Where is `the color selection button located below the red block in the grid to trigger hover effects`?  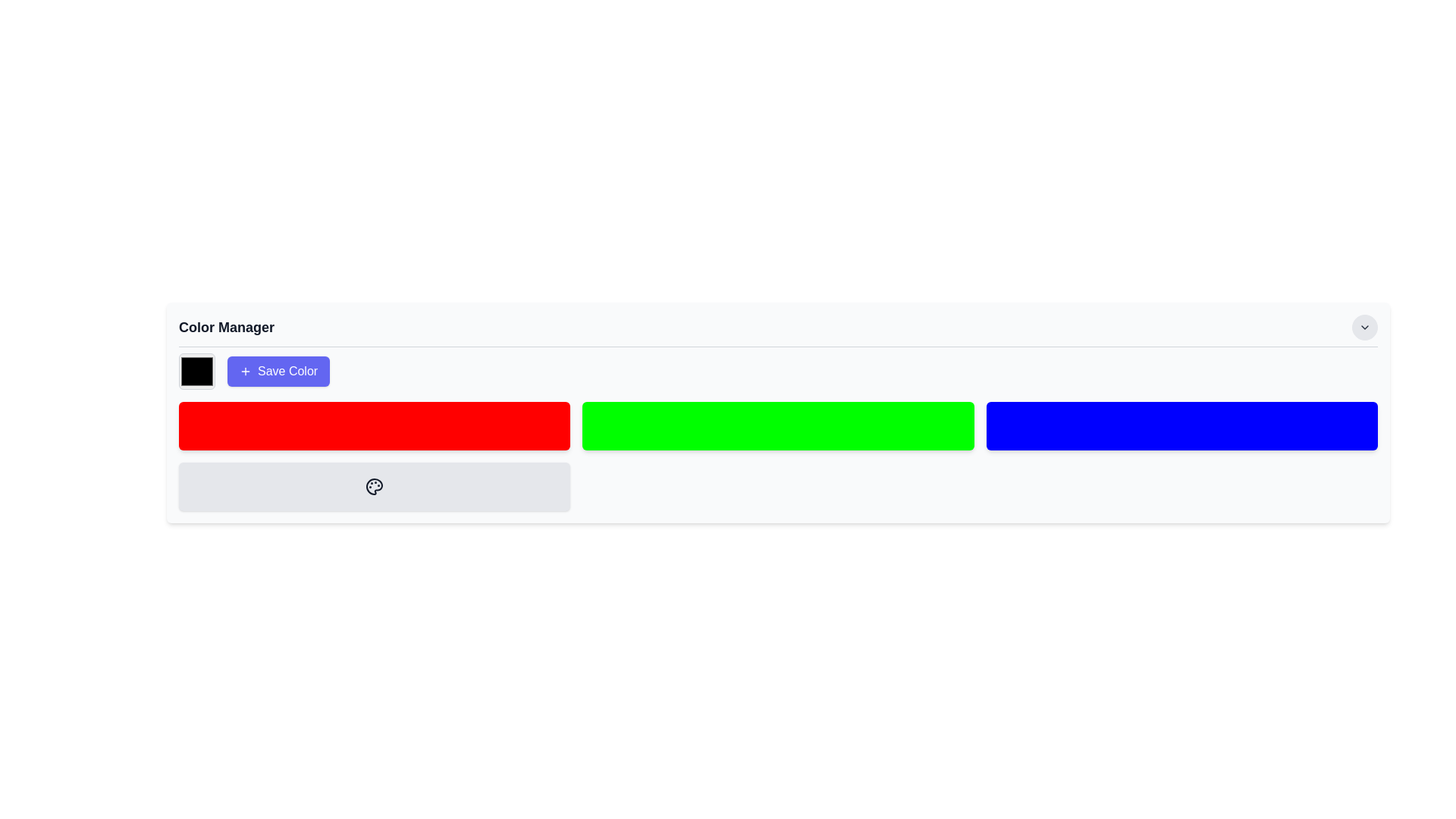 the color selection button located below the red block in the grid to trigger hover effects is located at coordinates (375, 486).